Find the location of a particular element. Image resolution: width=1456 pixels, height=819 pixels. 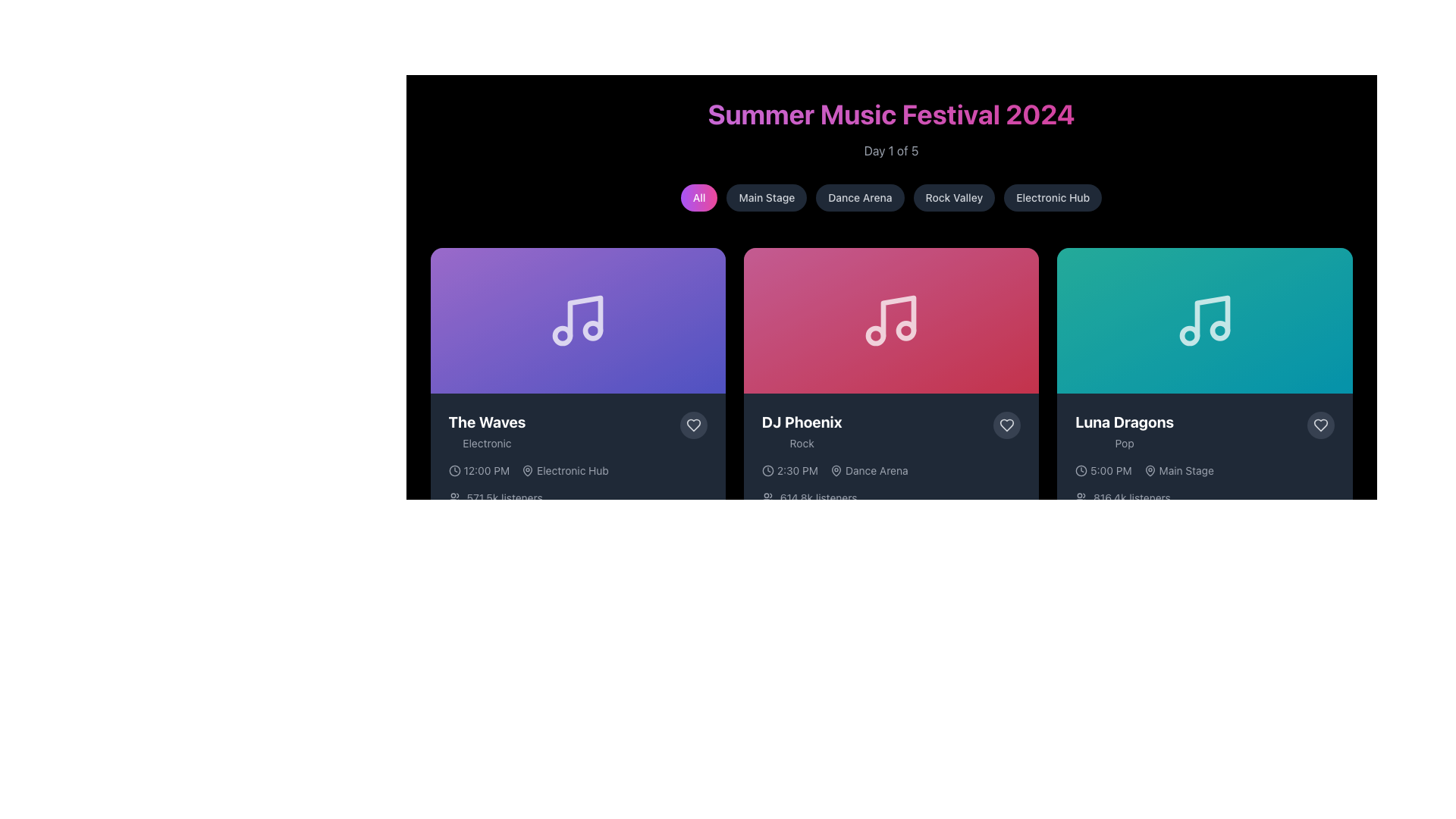

the text and icon element displaying '816.4k listeners' for the 'Luna Dragons' performance, located at the bottom of the card is located at coordinates (1203, 497).